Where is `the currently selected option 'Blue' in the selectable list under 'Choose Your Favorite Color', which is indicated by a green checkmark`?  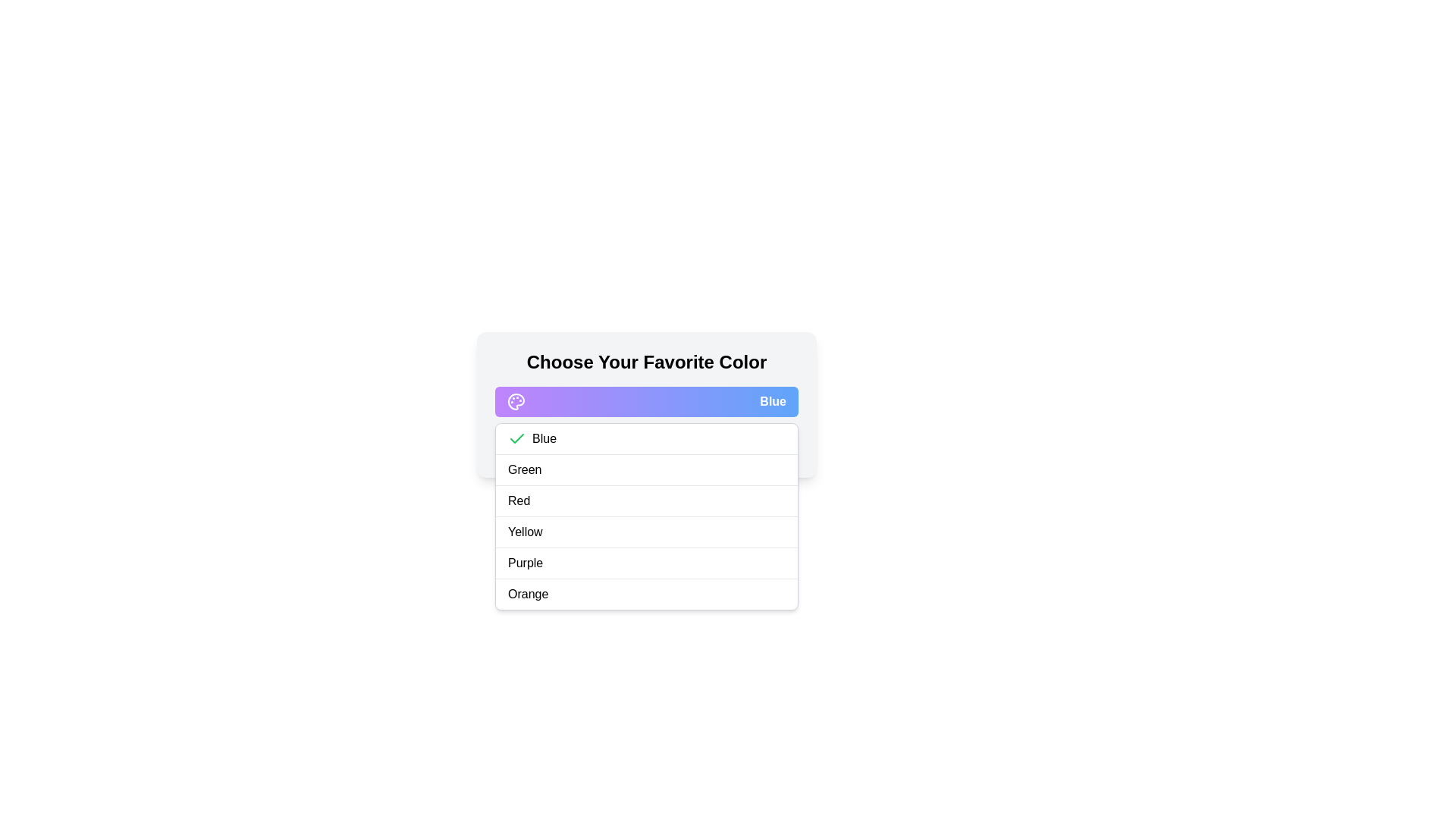 the currently selected option 'Blue' in the selectable list under 'Choose Your Favorite Color', which is indicated by a green checkmark is located at coordinates (647, 438).